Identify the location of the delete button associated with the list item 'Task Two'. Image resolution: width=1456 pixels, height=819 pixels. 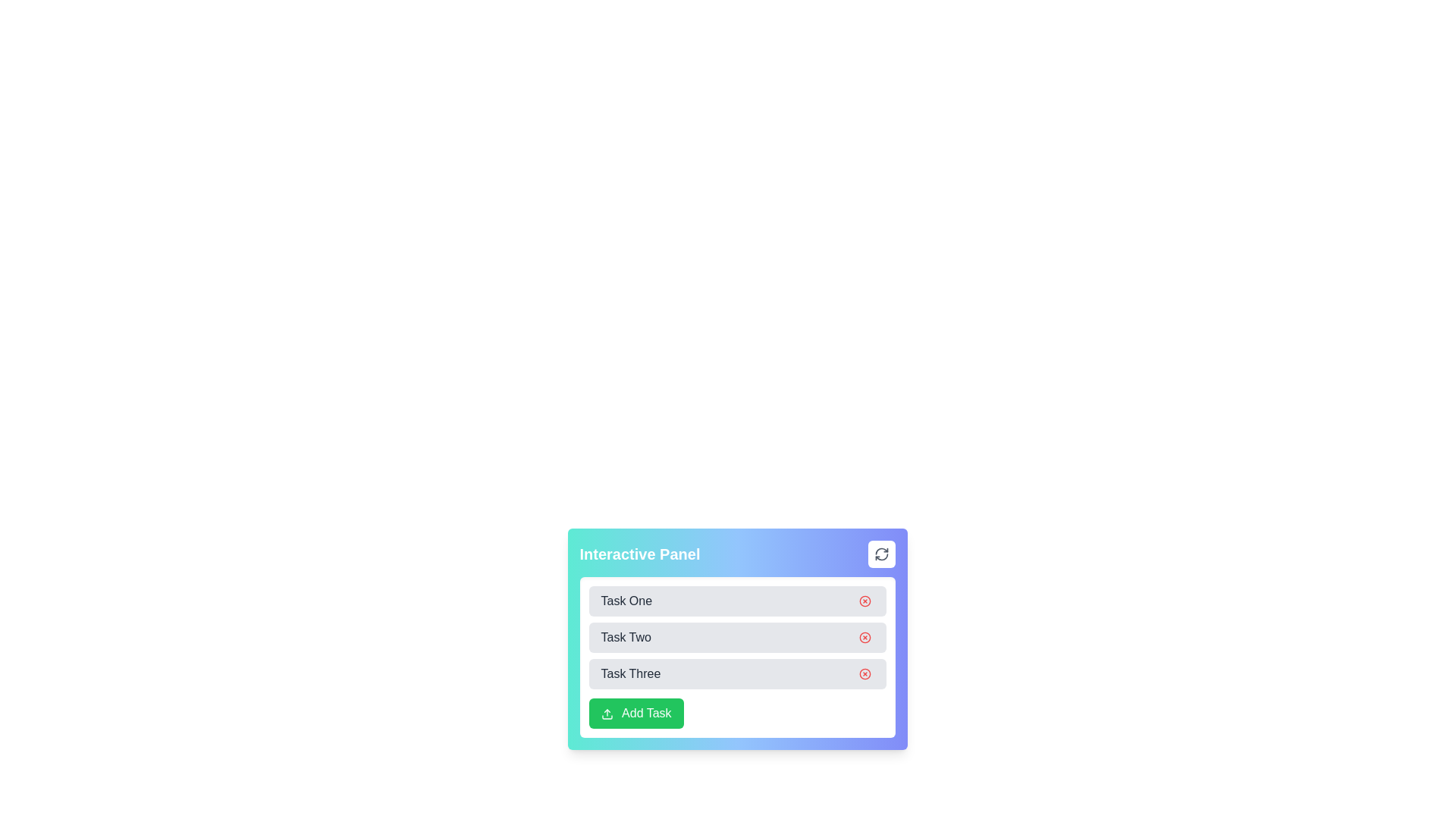
(864, 637).